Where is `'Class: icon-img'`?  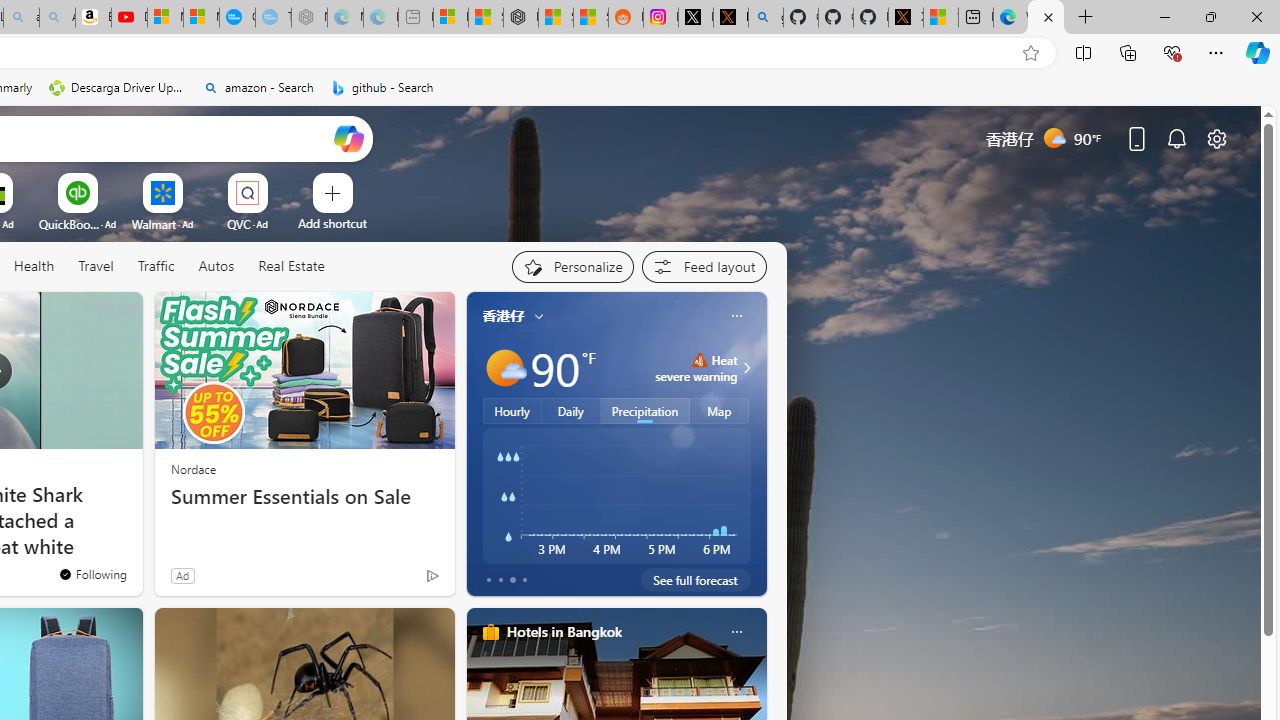 'Class: icon-img' is located at coordinates (735, 632).